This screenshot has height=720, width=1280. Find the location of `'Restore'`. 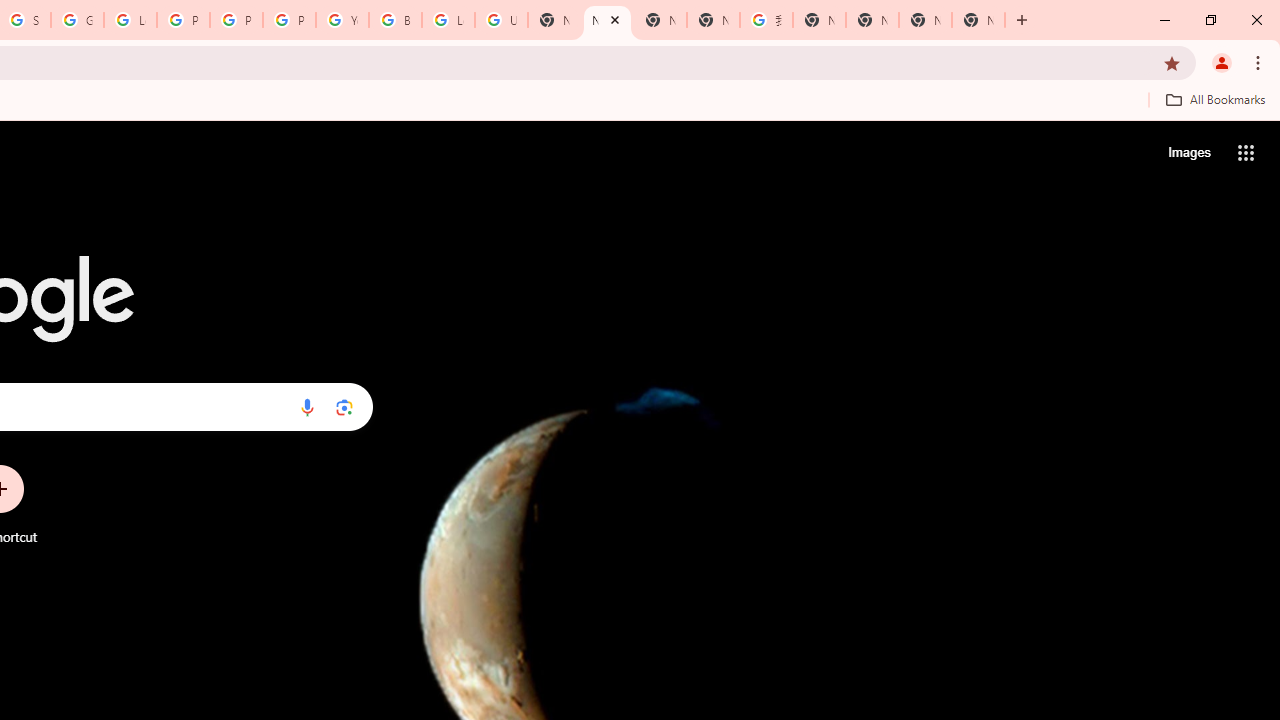

'Restore' is located at coordinates (1209, 20).